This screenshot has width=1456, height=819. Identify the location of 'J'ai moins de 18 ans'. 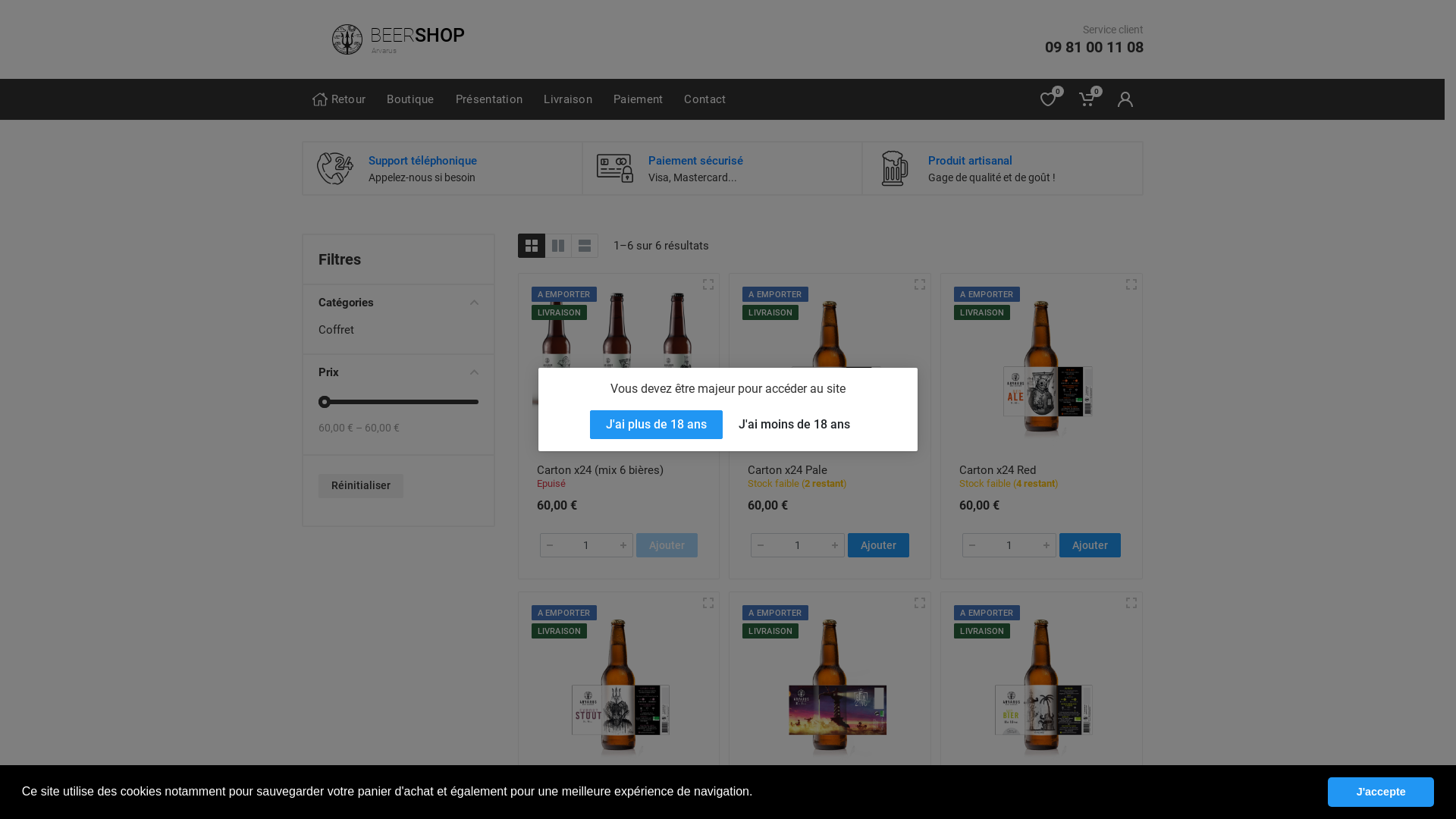
(793, 424).